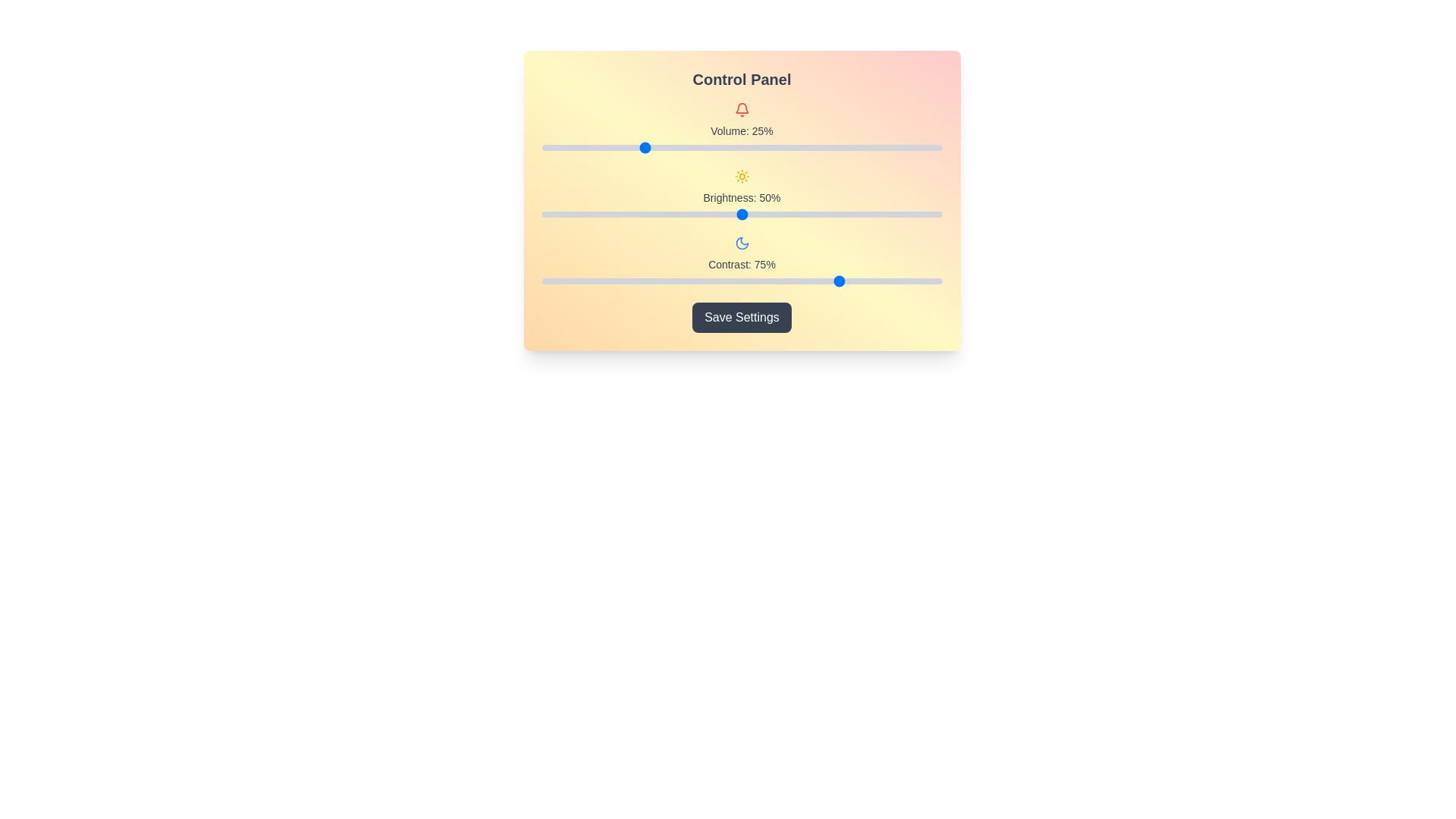  What do you see at coordinates (910, 148) in the screenshot?
I see `the volume` at bounding box center [910, 148].